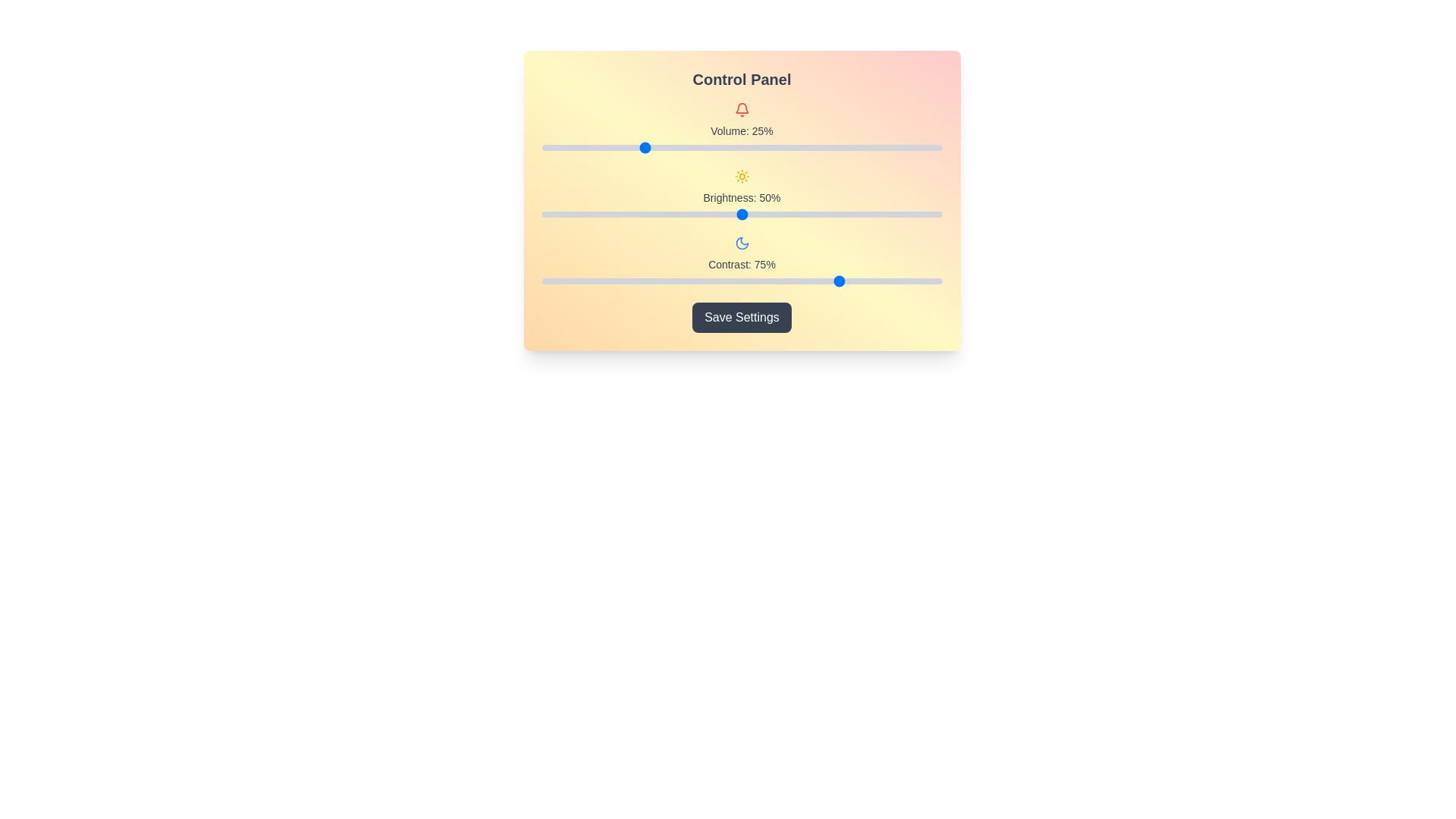  What do you see at coordinates (910, 148) in the screenshot?
I see `the volume` at bounding box center [910, 148].